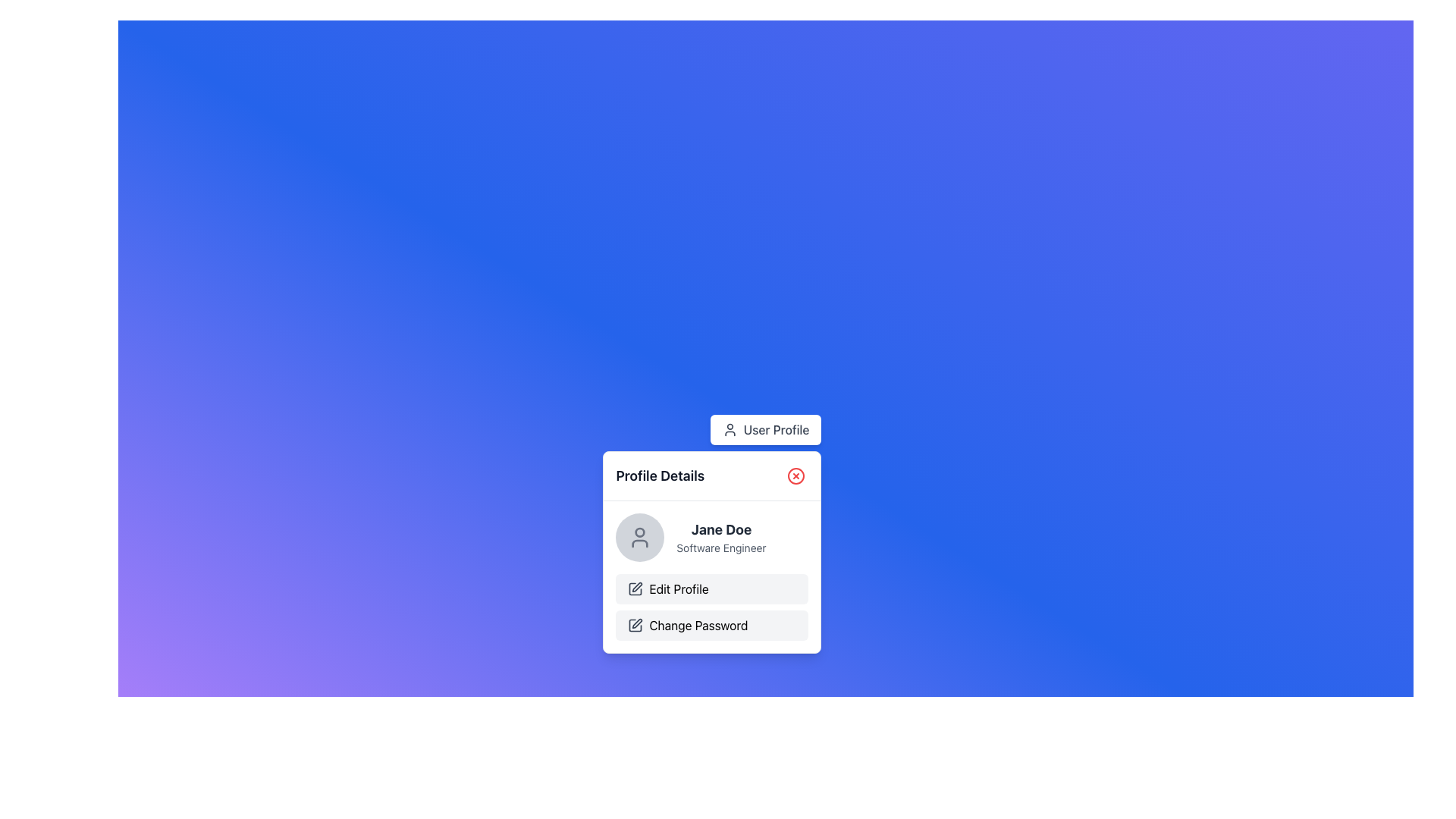  I want to click on the vertical group of action buttons located within the 'Profile Details' card, so click(711, 607).